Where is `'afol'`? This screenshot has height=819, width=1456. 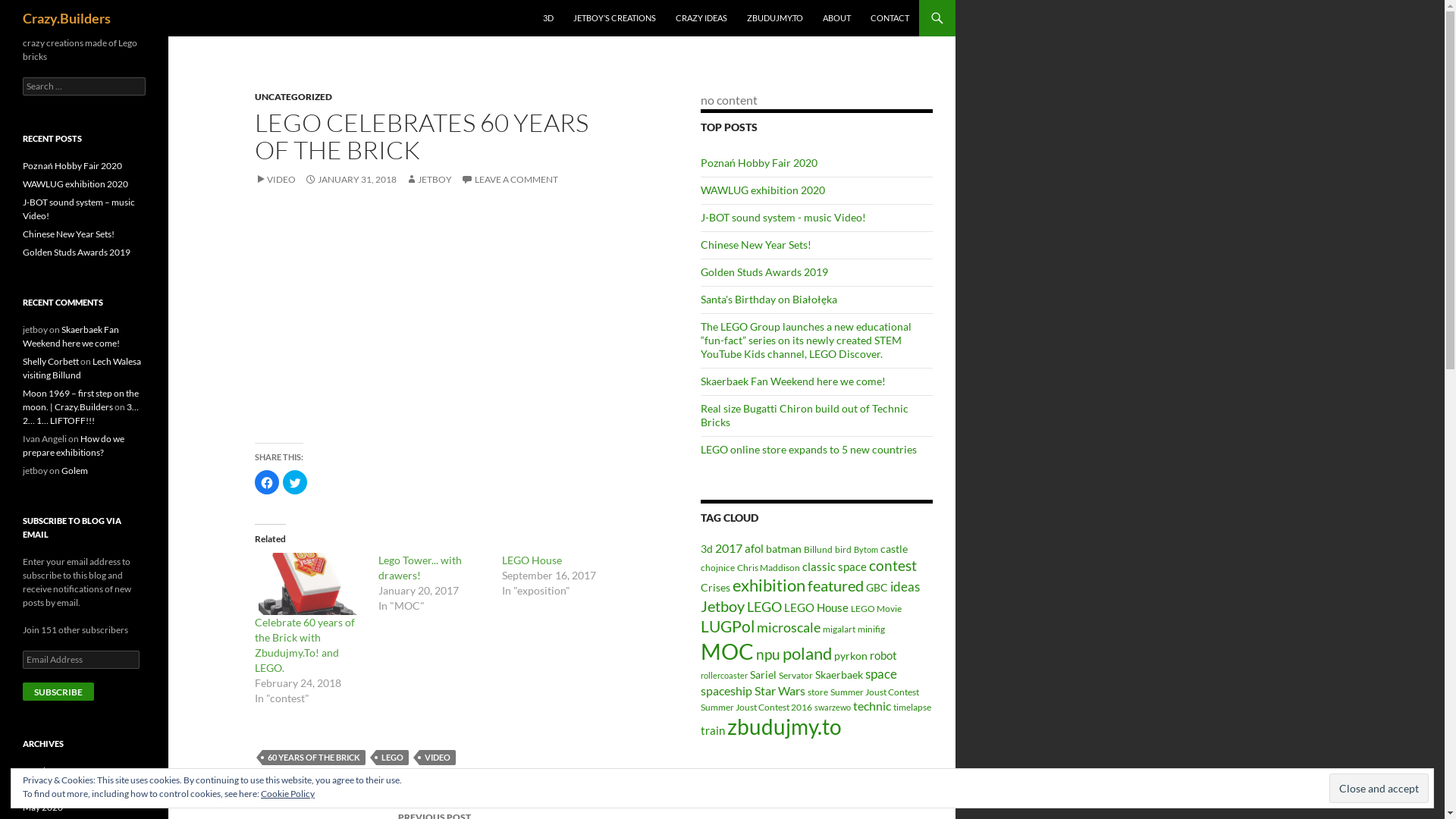 'afol' is located at coordinates (754, 548).